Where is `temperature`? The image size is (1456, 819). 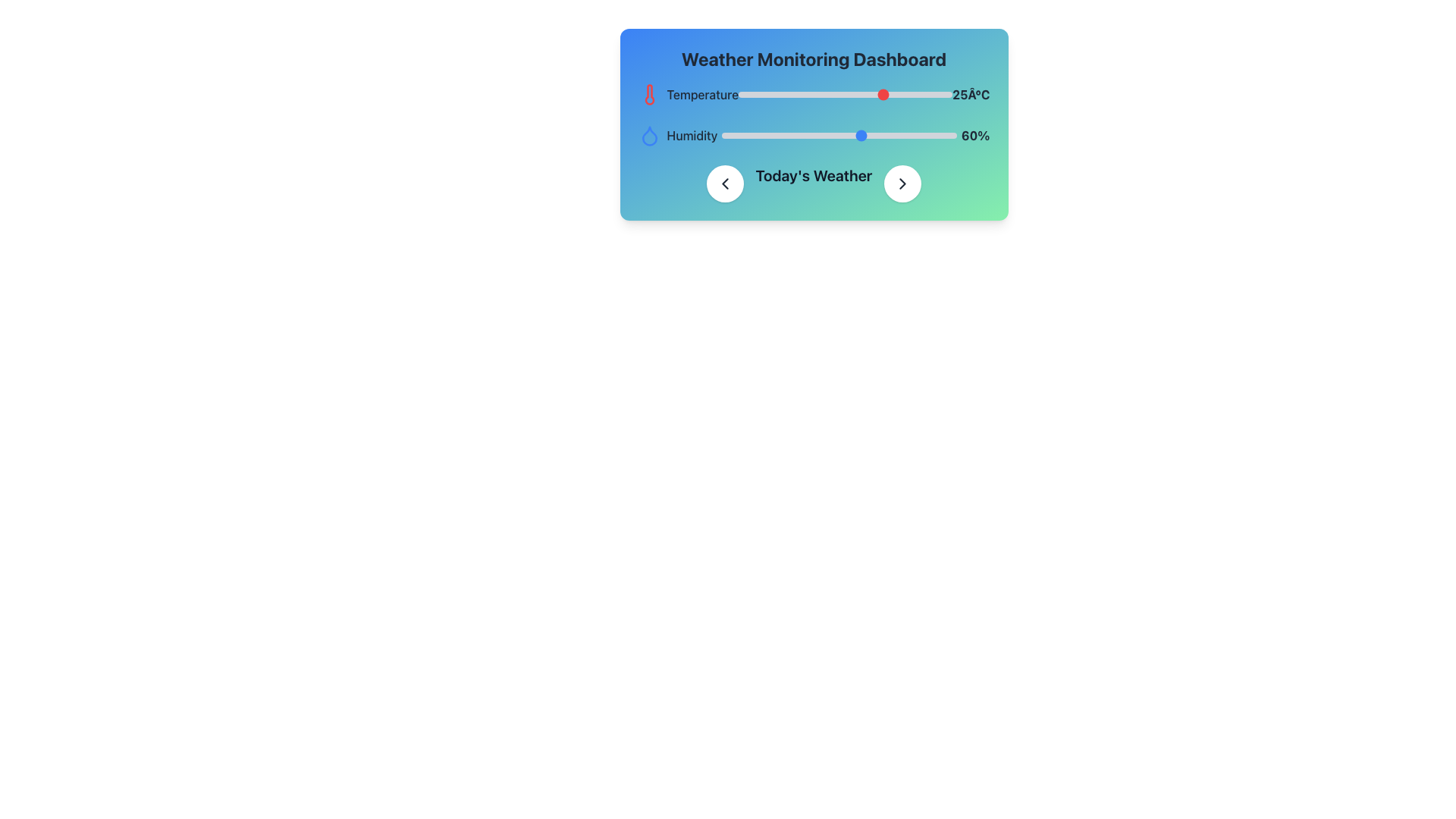
temperature is located at coordinates (853, 94).